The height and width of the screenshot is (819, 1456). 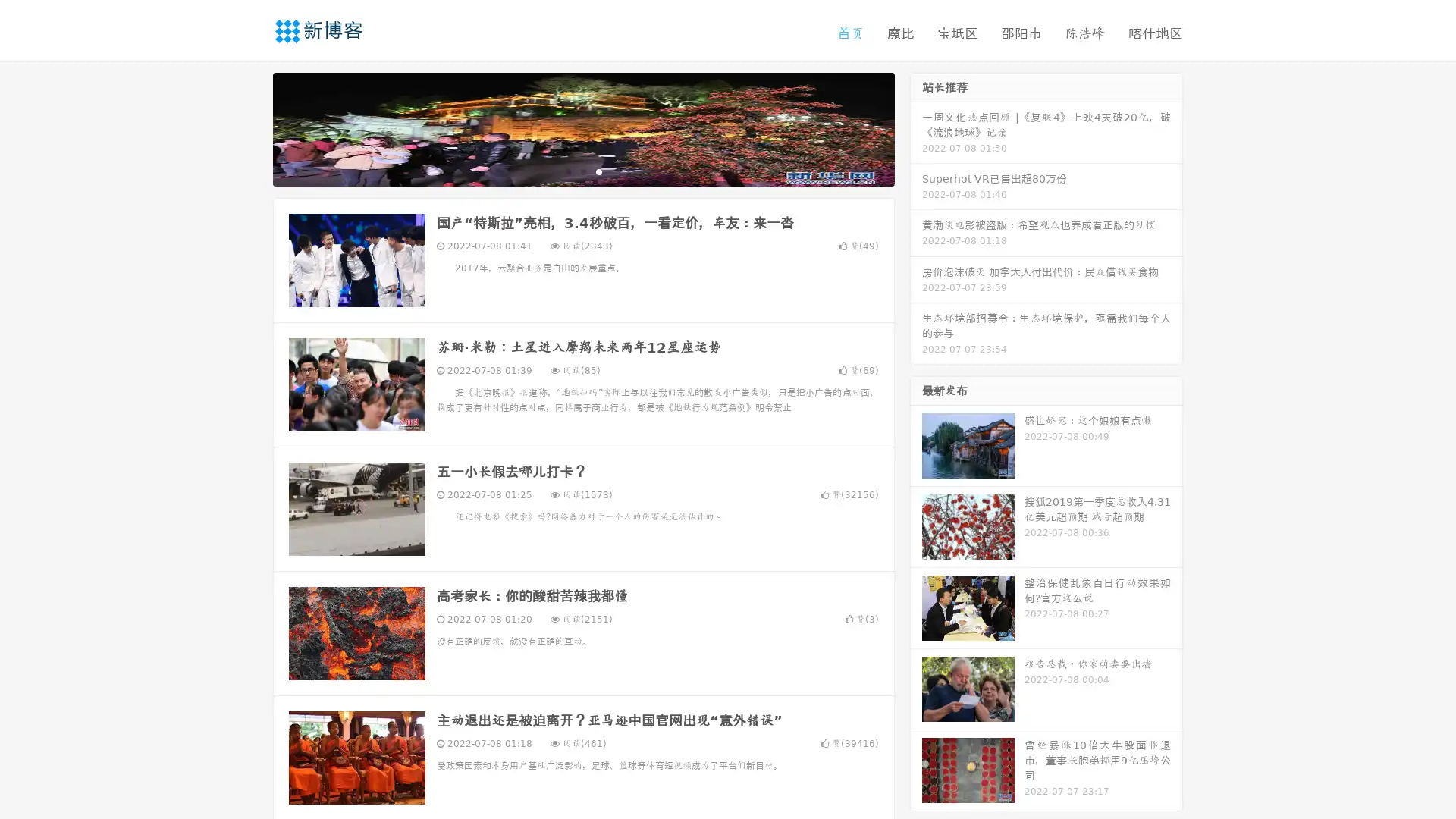 I want to click on Go to slide 3, so click(x=598, y=171).